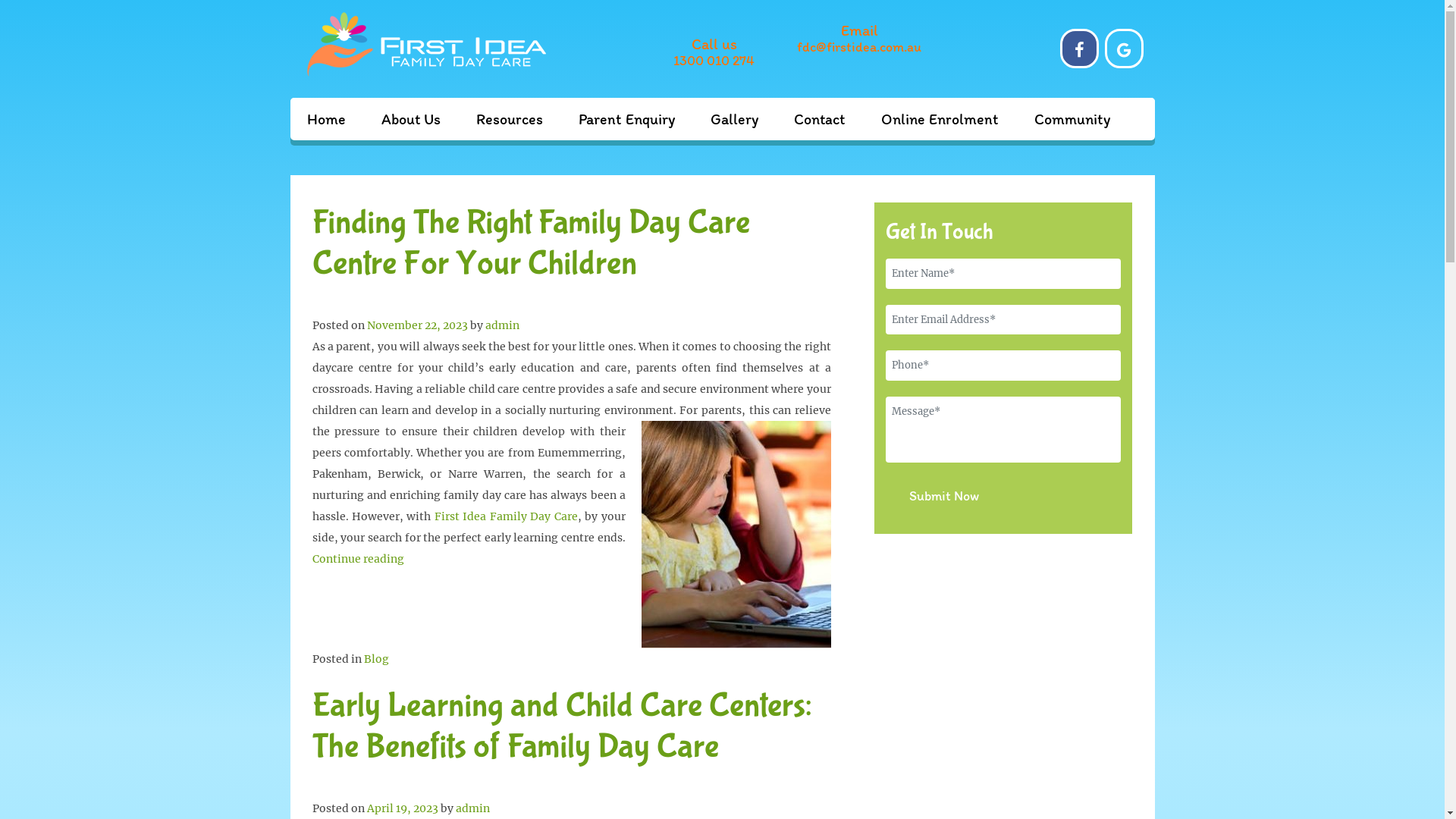  What do you see at coordinates (943, 496) in the screenshot?
I see `'Submit Now'` at bounding box center [943, 496].